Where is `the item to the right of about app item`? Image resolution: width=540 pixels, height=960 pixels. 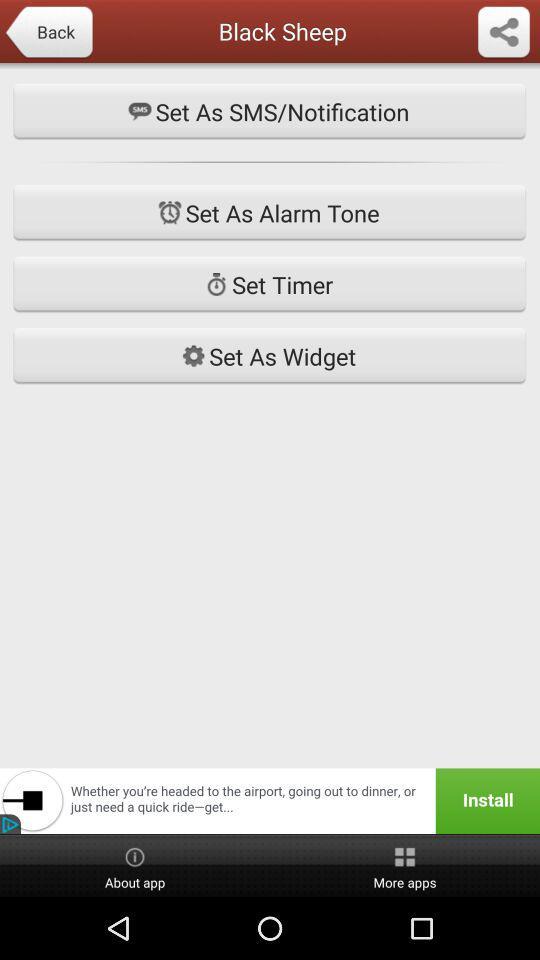 the item to the right of about app item is located at coordinates (405, 865).